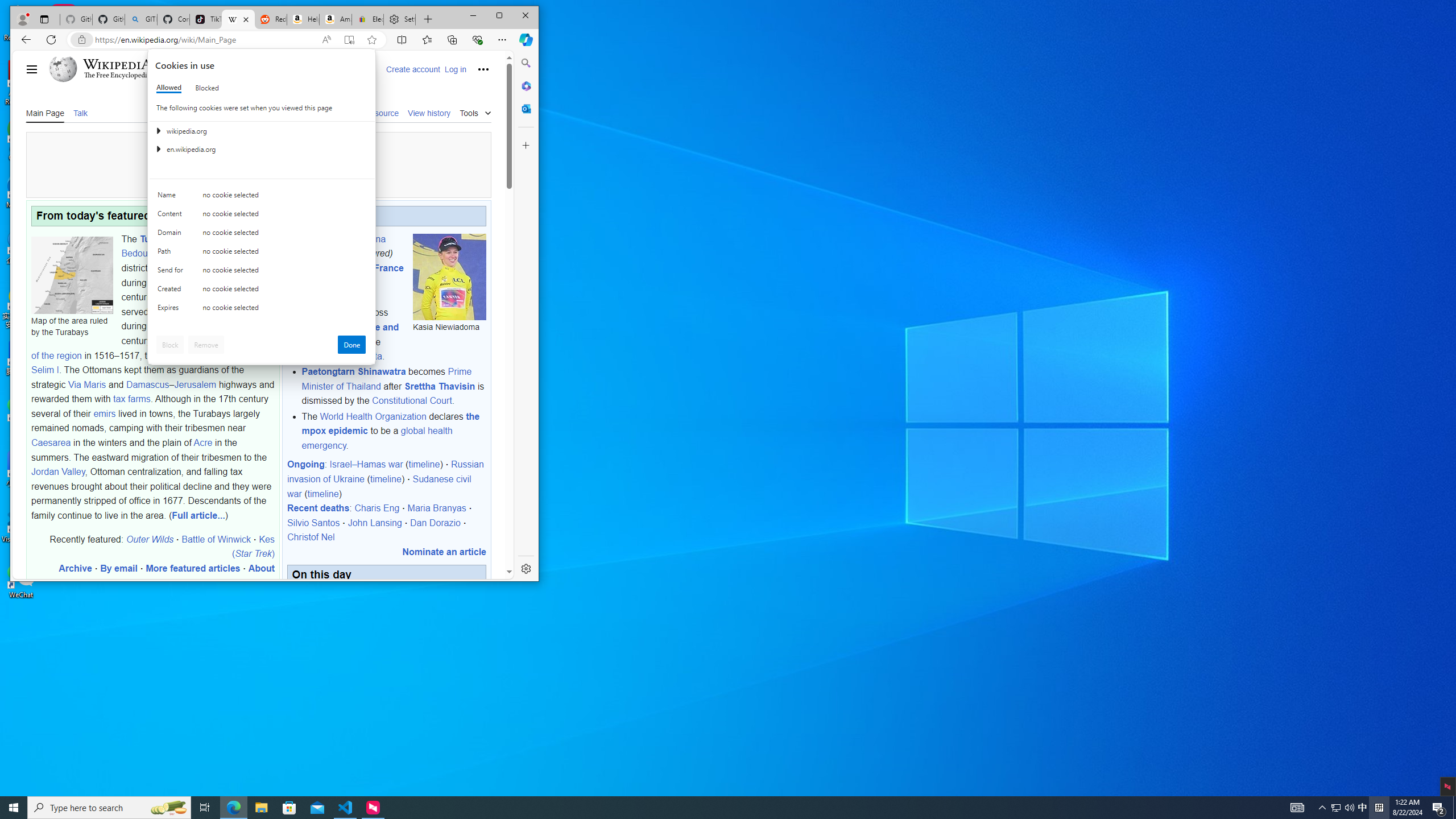 This screenshot has height=819, width=1456. I want to click on 'Expires', so click(172, 309).